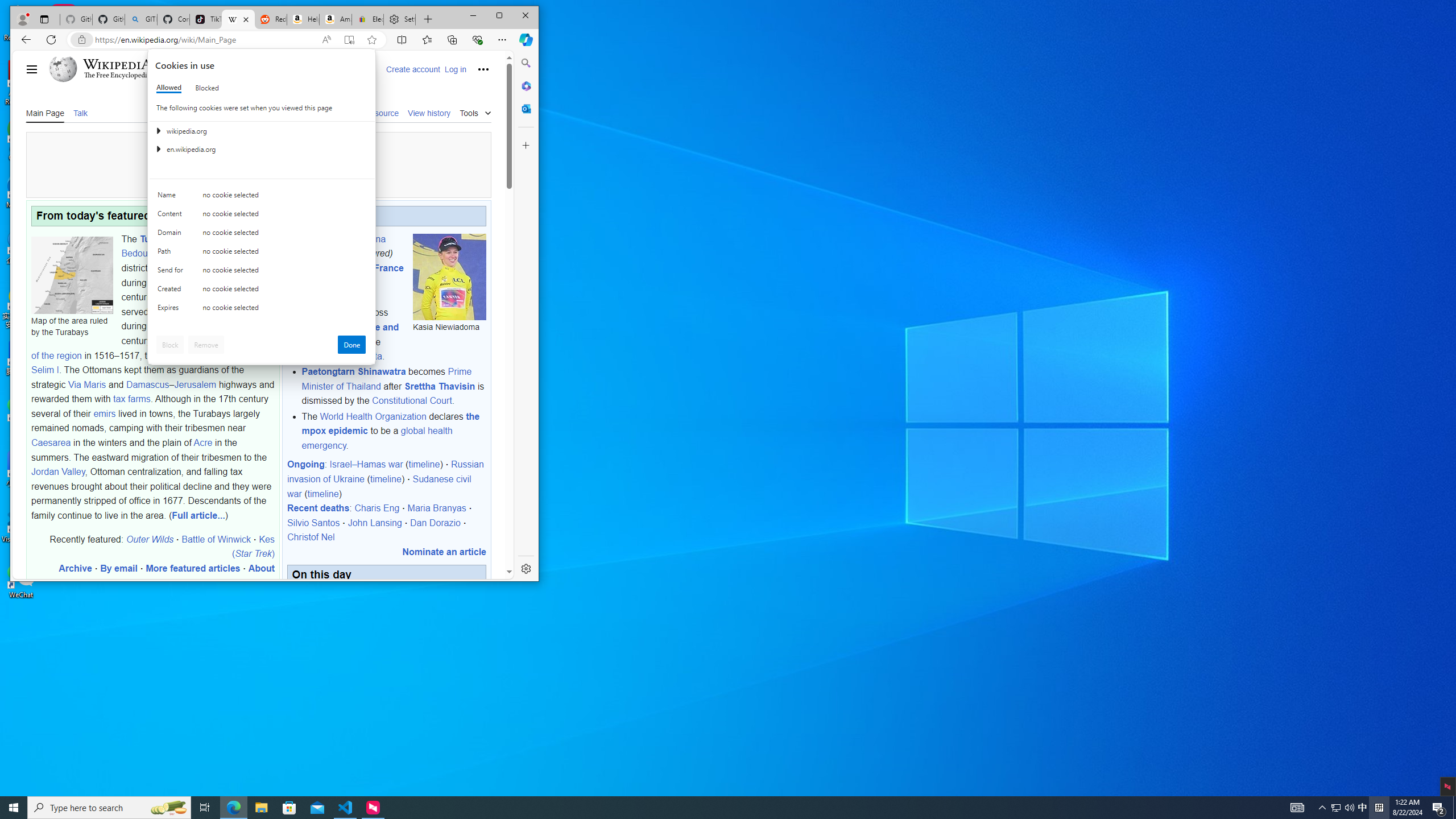 This screenshot has height=819, width=1456. I want to click on 'Expires', so click(172, 309).